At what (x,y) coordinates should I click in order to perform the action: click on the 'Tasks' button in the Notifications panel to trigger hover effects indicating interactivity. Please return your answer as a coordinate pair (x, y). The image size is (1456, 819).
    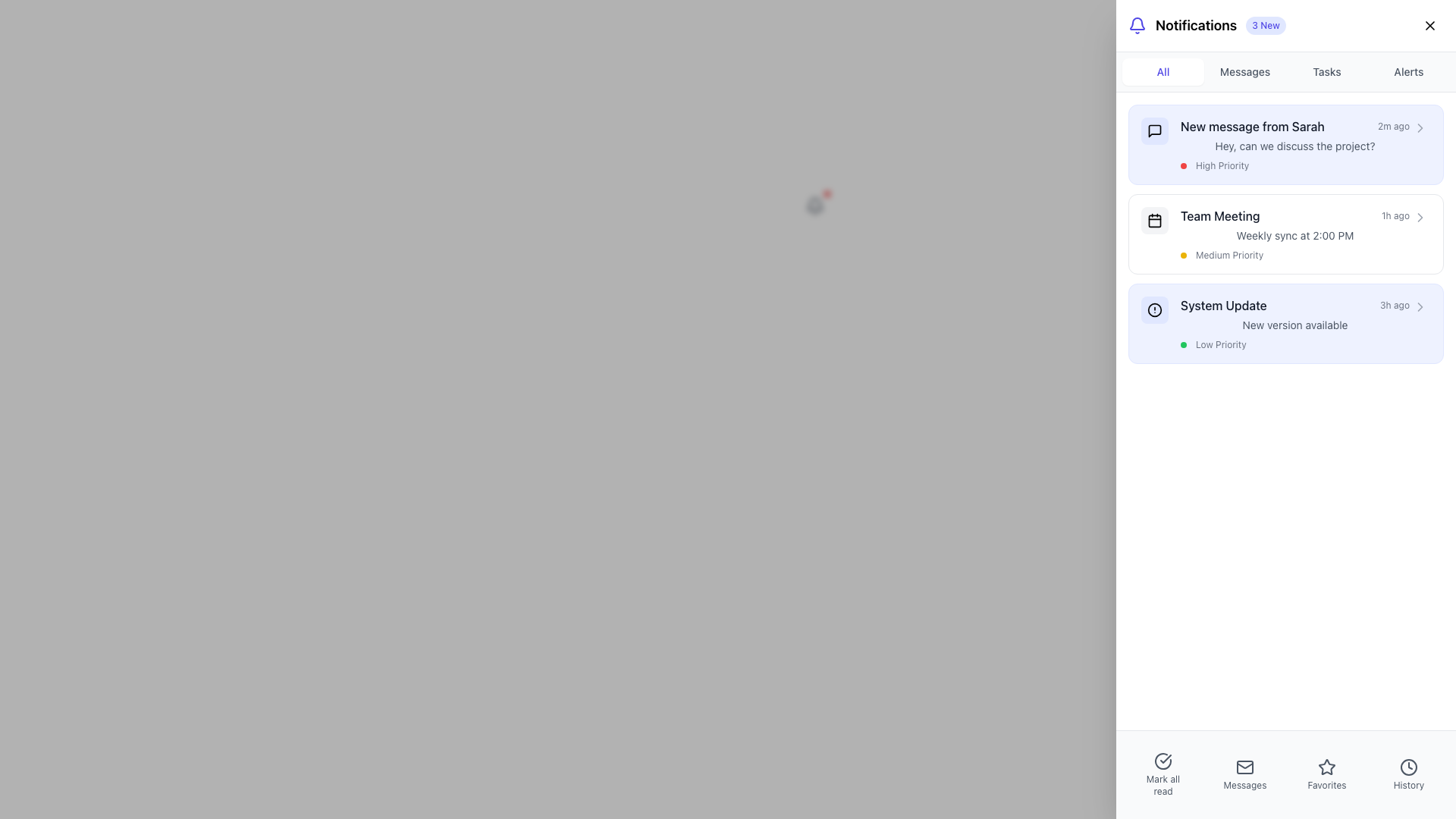
    Looking at the image, I should click on (1326, 72).